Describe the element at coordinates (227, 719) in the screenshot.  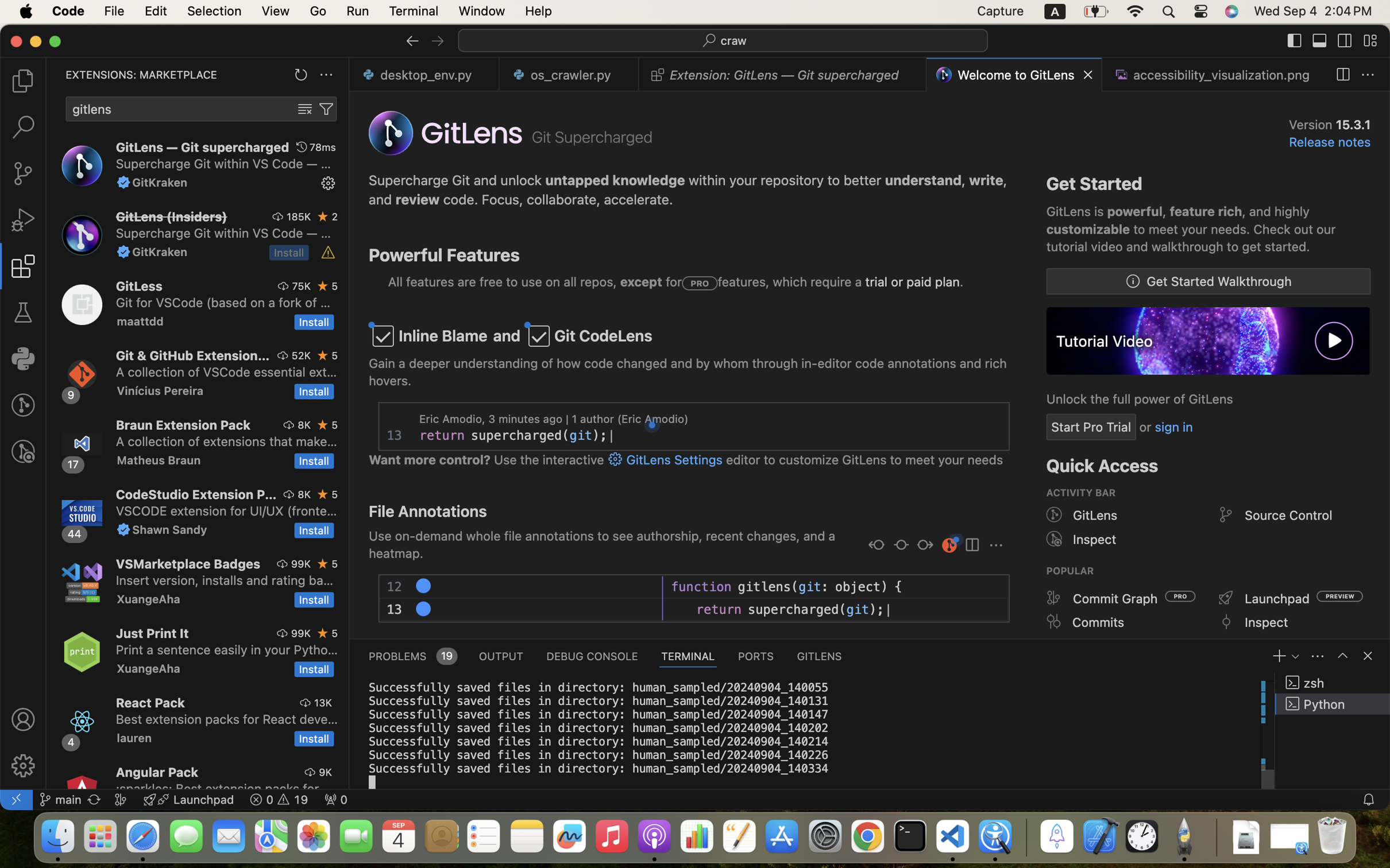
I see `'Best extension packs for React development and more.'` at that location.